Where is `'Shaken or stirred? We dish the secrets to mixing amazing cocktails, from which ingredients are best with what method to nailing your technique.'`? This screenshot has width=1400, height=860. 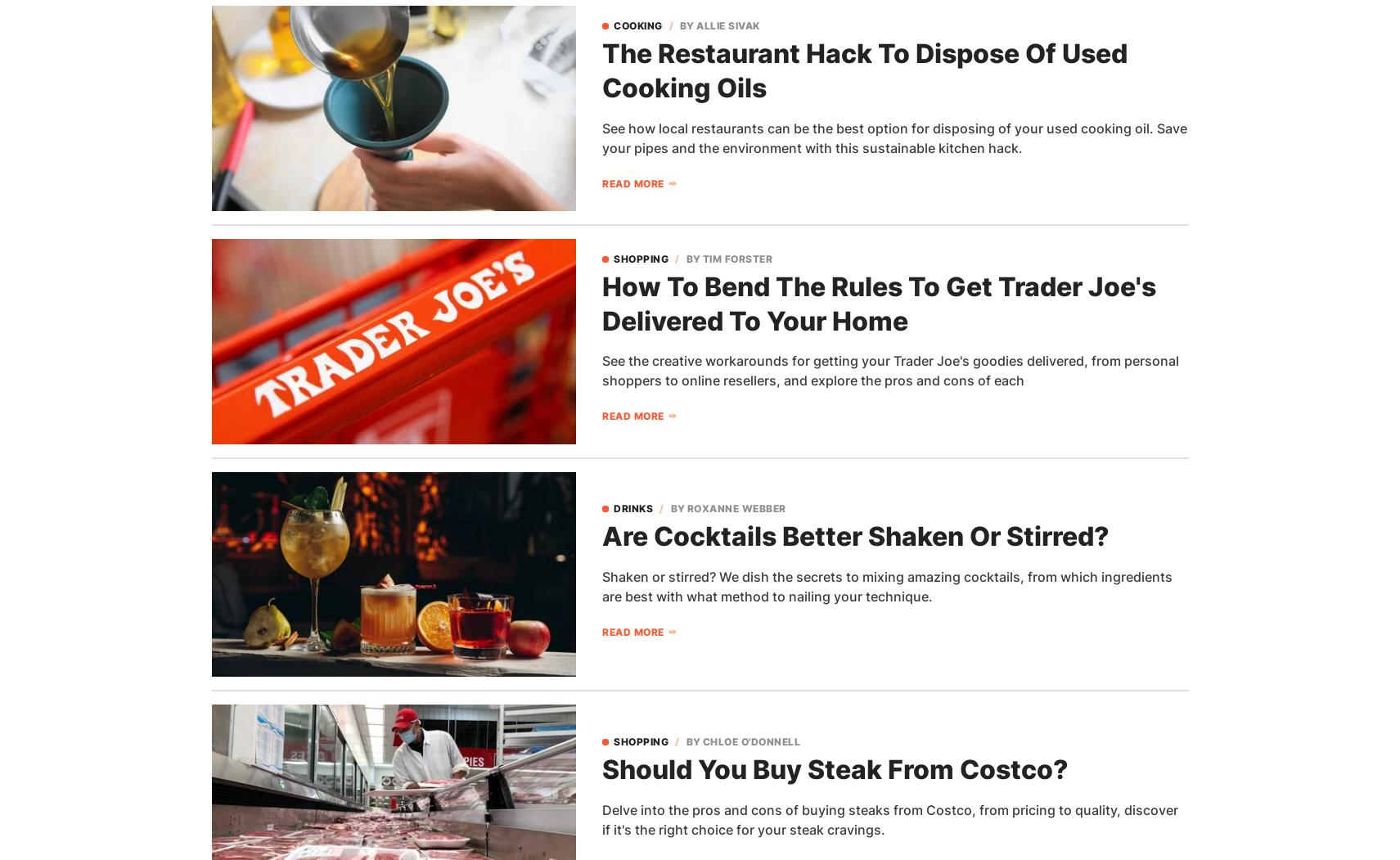 'Shaken or stirred? We dish the secrets to mixing amazing cocktails, from which ingredients are best with what method to nailing your technique.' is located at coordinates (887, 585).